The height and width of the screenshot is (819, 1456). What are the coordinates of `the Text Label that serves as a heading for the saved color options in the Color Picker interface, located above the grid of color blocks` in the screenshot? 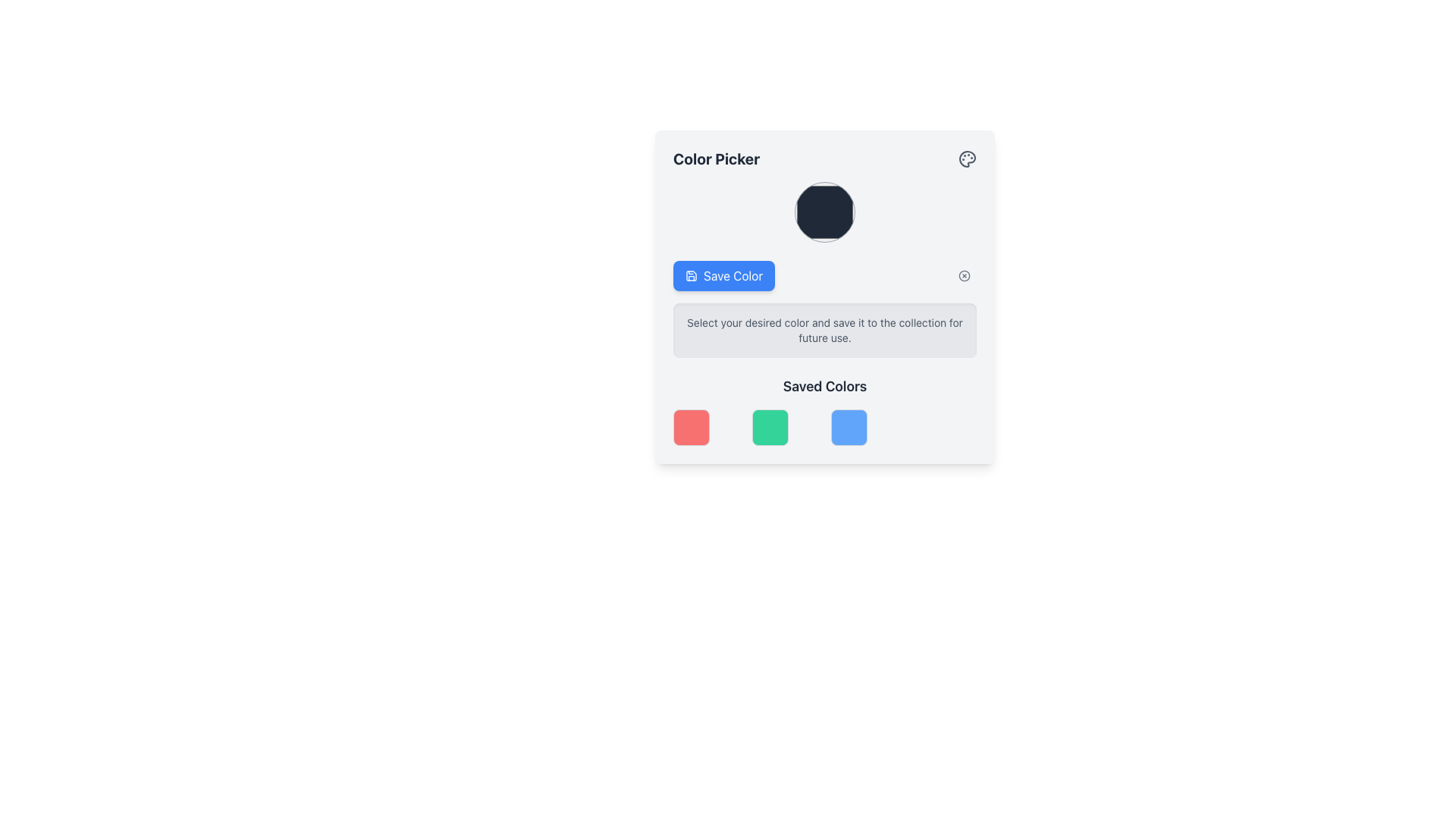 It's located at (824, 385).